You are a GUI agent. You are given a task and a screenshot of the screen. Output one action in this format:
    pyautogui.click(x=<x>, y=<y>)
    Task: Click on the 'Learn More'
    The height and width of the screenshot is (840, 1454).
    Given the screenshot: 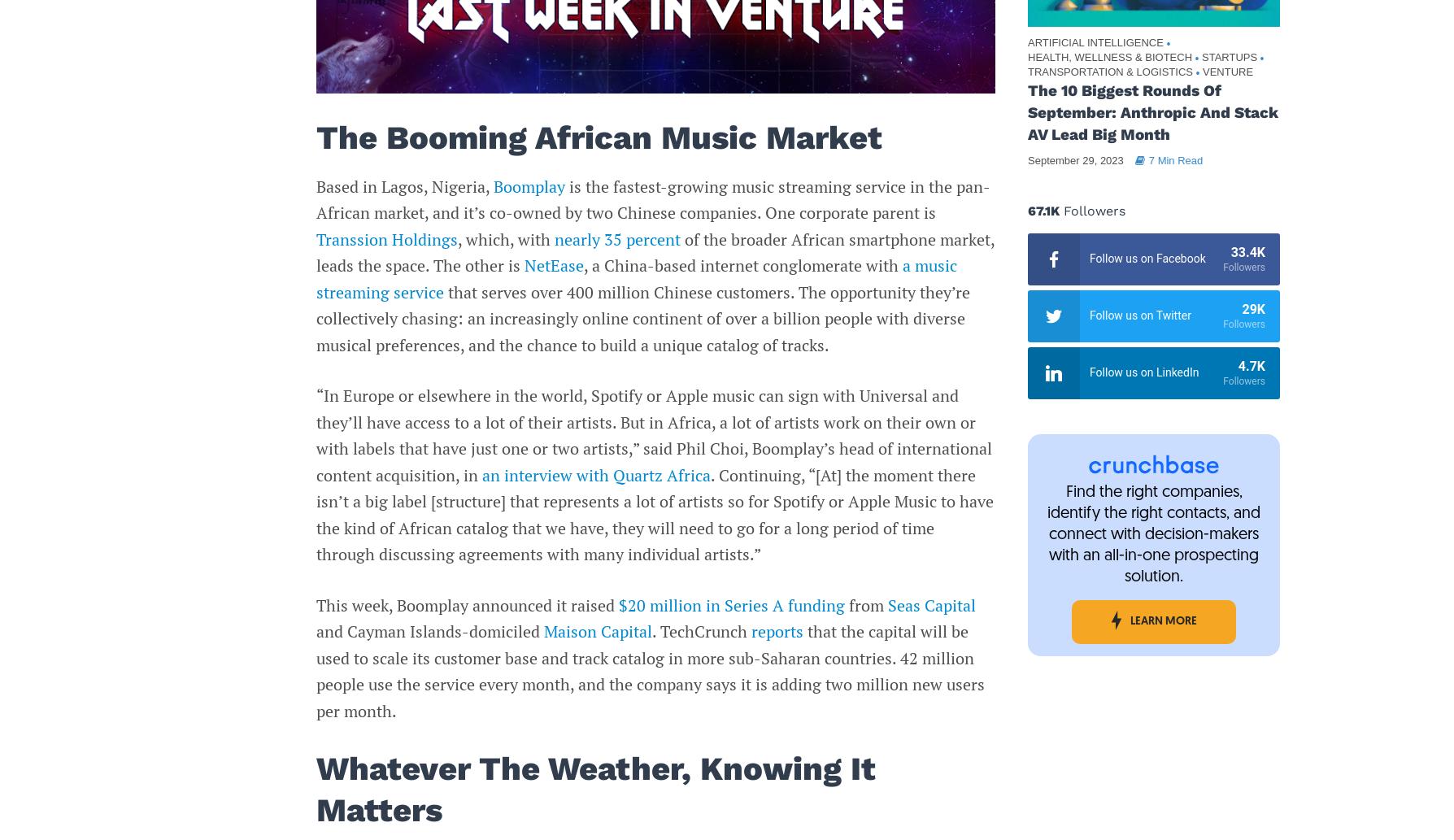 What is the action you would take?
    pyautogui.click(x=1130, y=620)
    